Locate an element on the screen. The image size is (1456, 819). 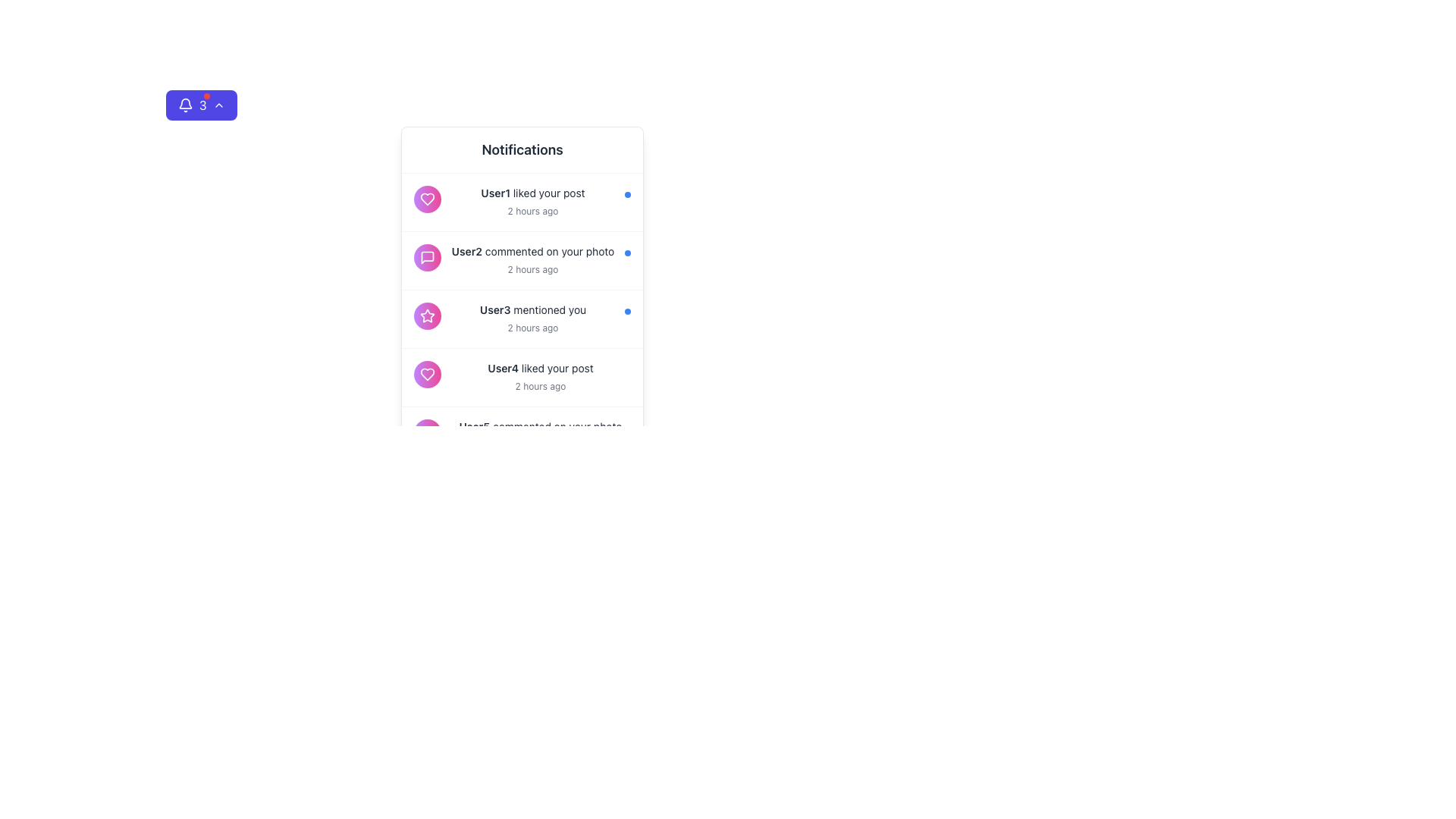
notification details from the vertically scrollable list located in the notifications panel, which contains user action descriptions, icons, and timestamps is located at coordinates (522, 318).